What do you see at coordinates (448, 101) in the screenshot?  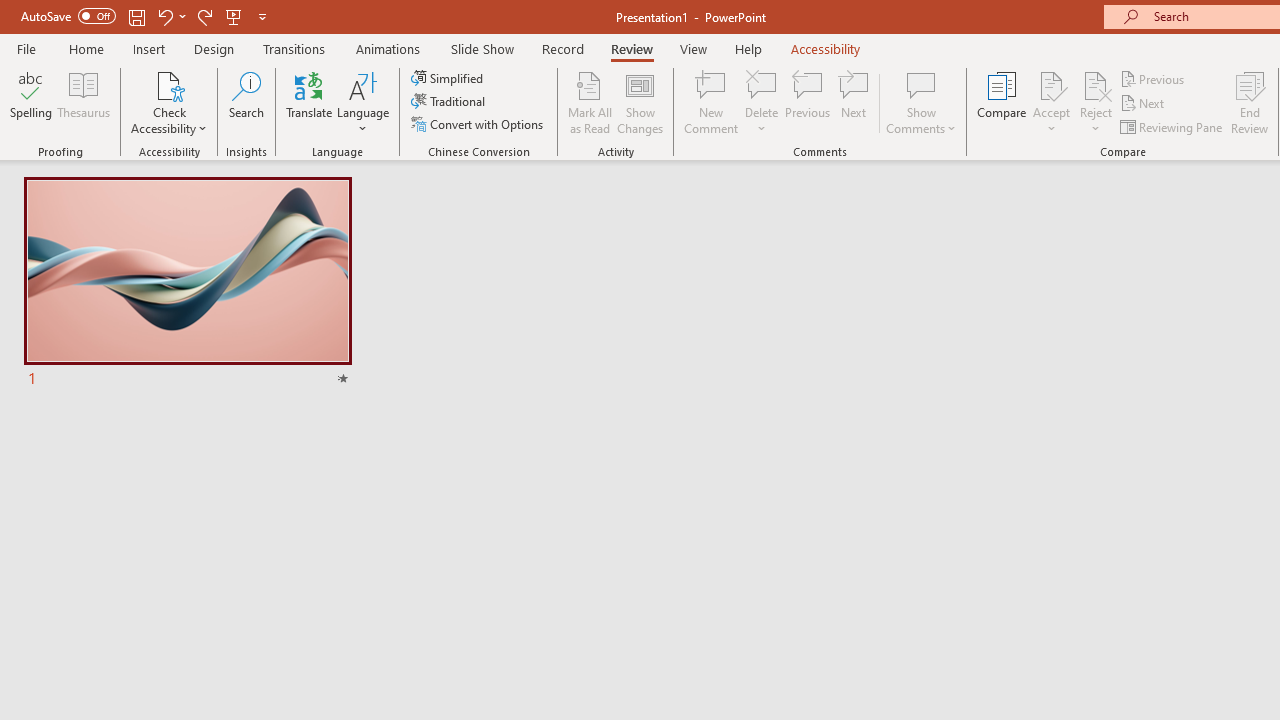 I see `'Traditional'` at bounding box center [448, 101].